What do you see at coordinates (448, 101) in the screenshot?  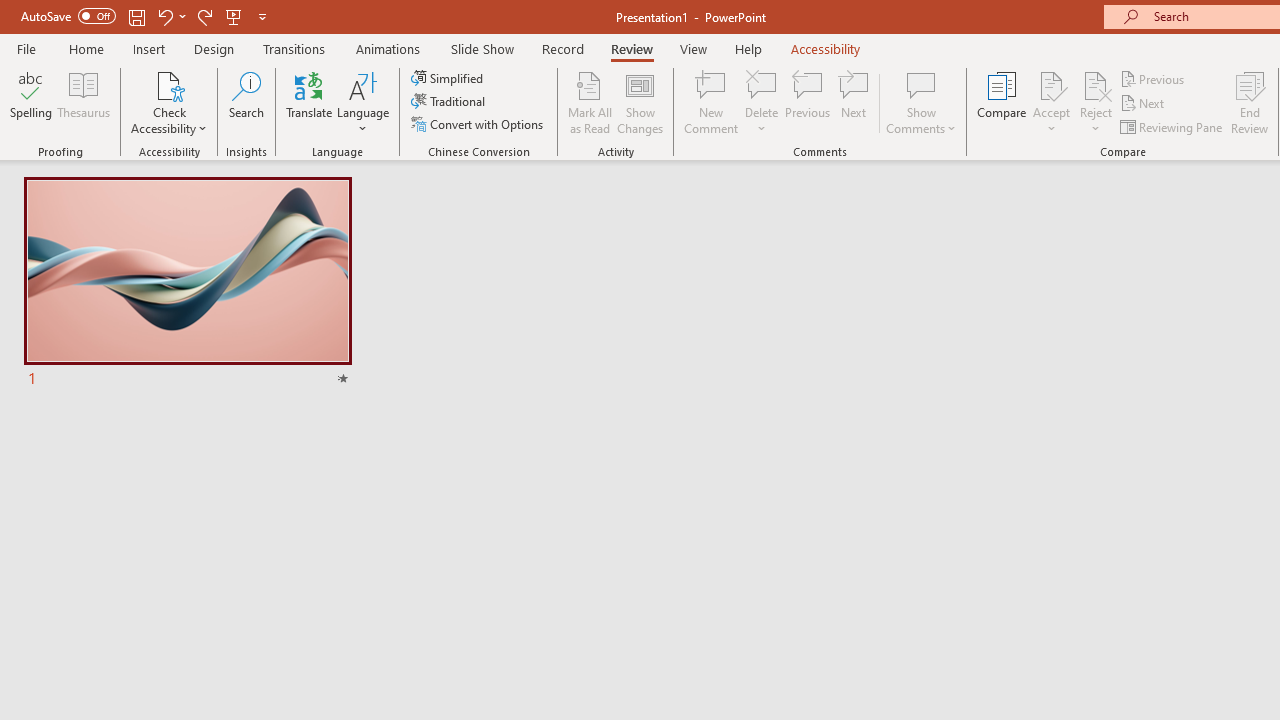 I see `'Traditional'` at bounding box center [448, 101].